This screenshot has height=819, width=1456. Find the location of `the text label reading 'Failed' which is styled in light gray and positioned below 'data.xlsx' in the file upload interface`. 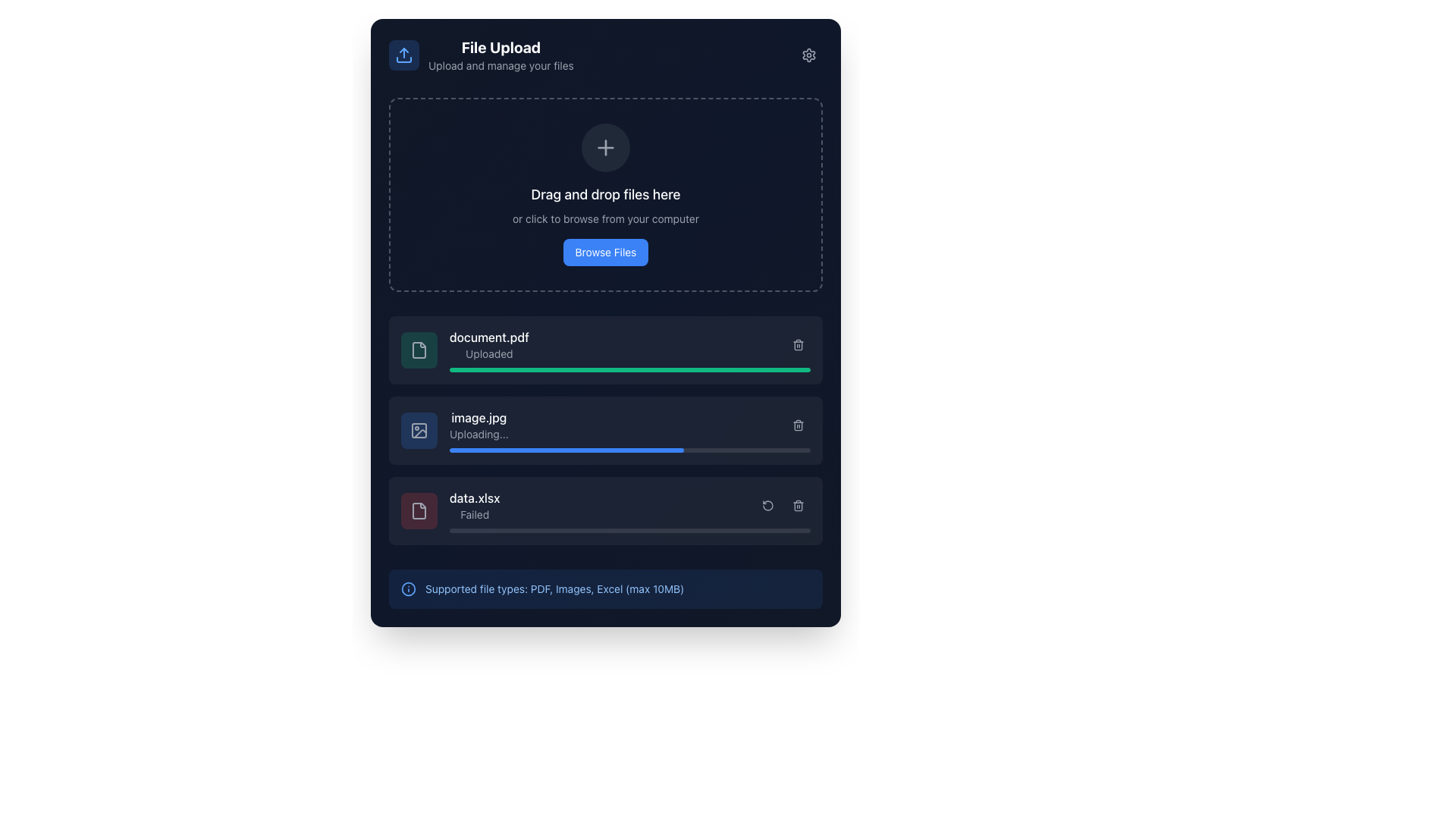

the text label reading 'Failed' which is styled in light gray and positioned below 'data.xlsx' in the file upload interface is located at coordinates (474, 513).